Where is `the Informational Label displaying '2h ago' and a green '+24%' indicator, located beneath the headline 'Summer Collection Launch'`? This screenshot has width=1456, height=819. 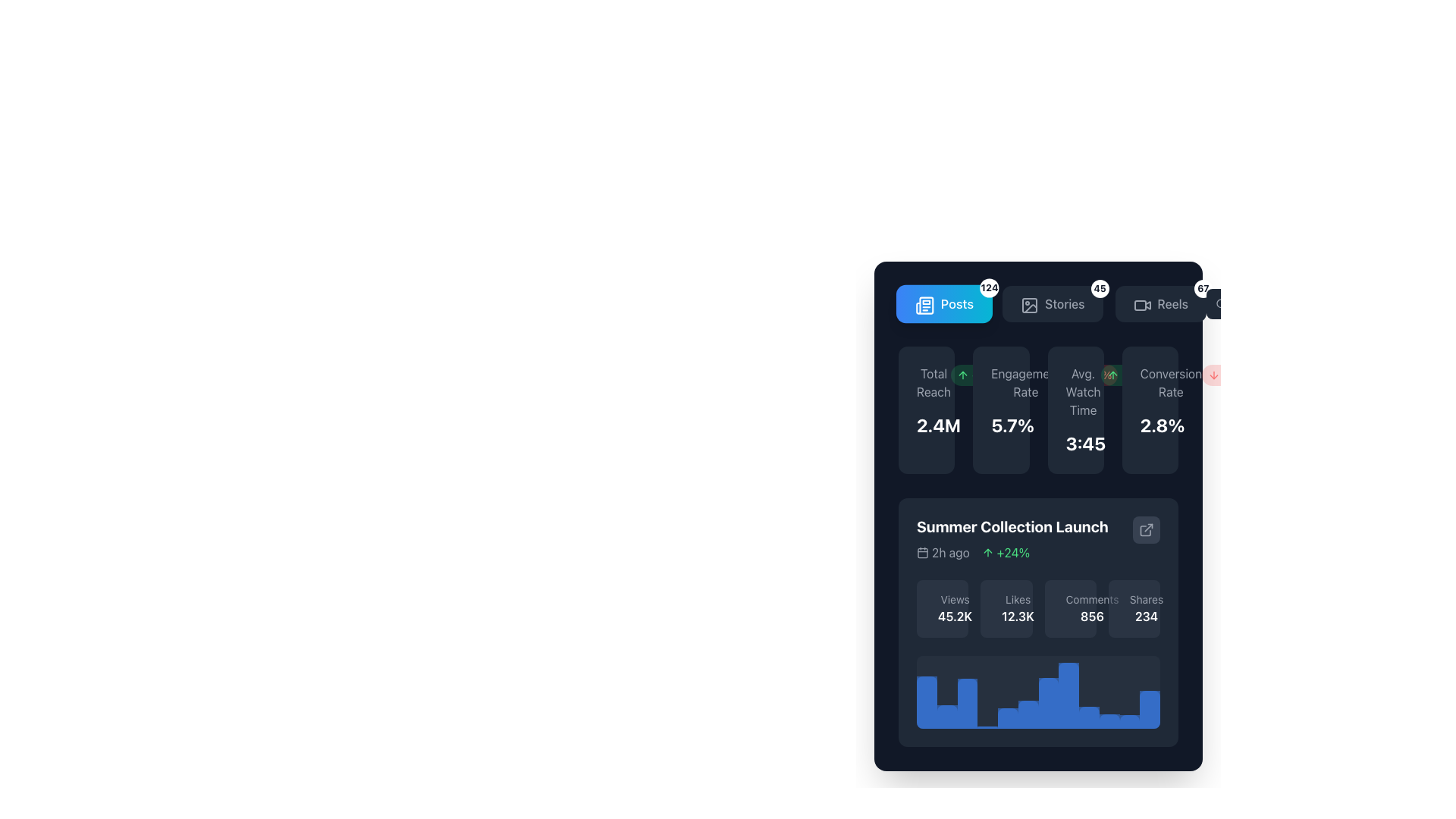
the Informational Label displaying '2h ago' and a green '+24%' indicator, located beneath the headline 'Summer Collection Launch' is located at coordinates (1012, 553).